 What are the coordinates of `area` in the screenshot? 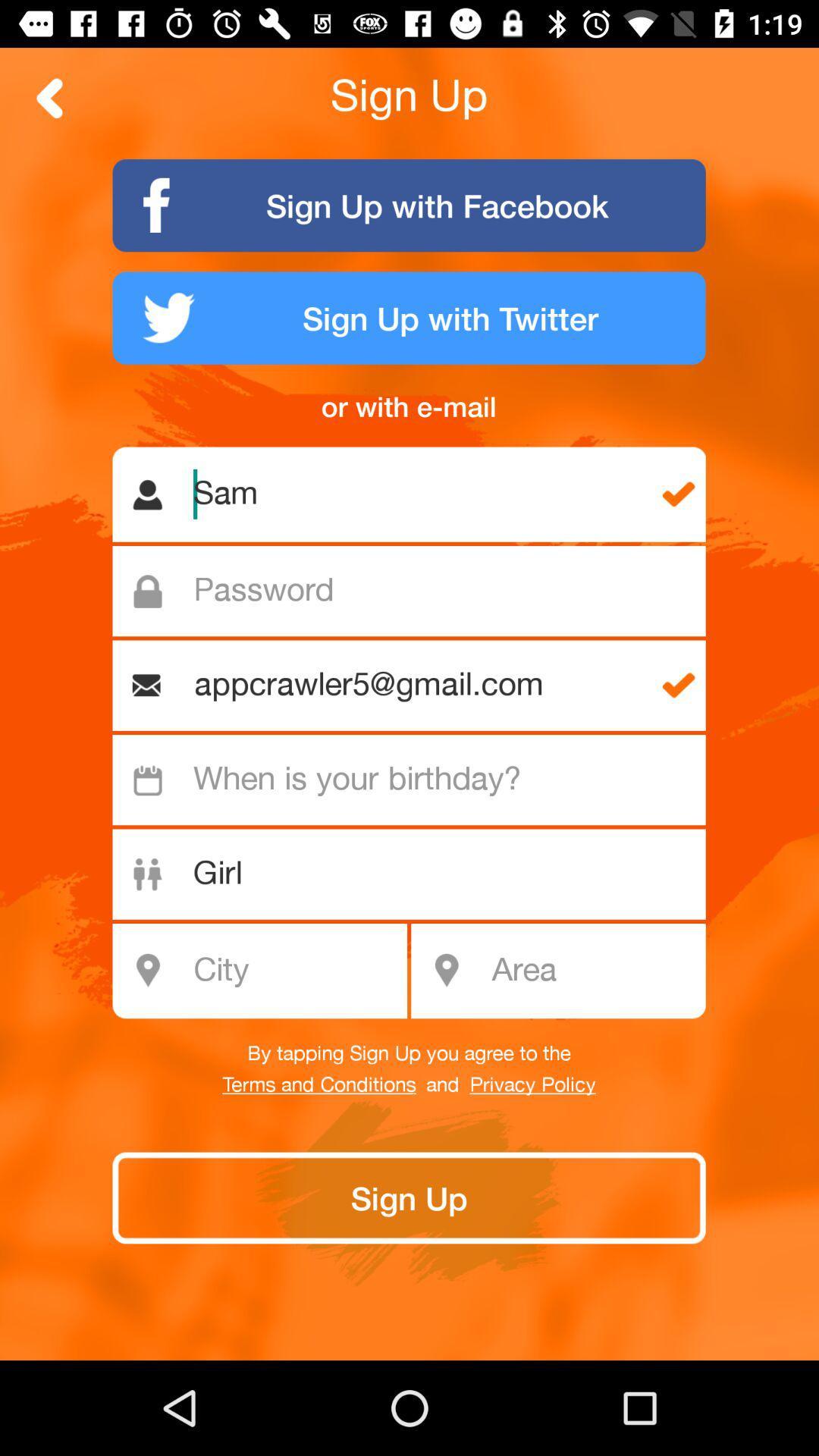 It's located at (593, 971).